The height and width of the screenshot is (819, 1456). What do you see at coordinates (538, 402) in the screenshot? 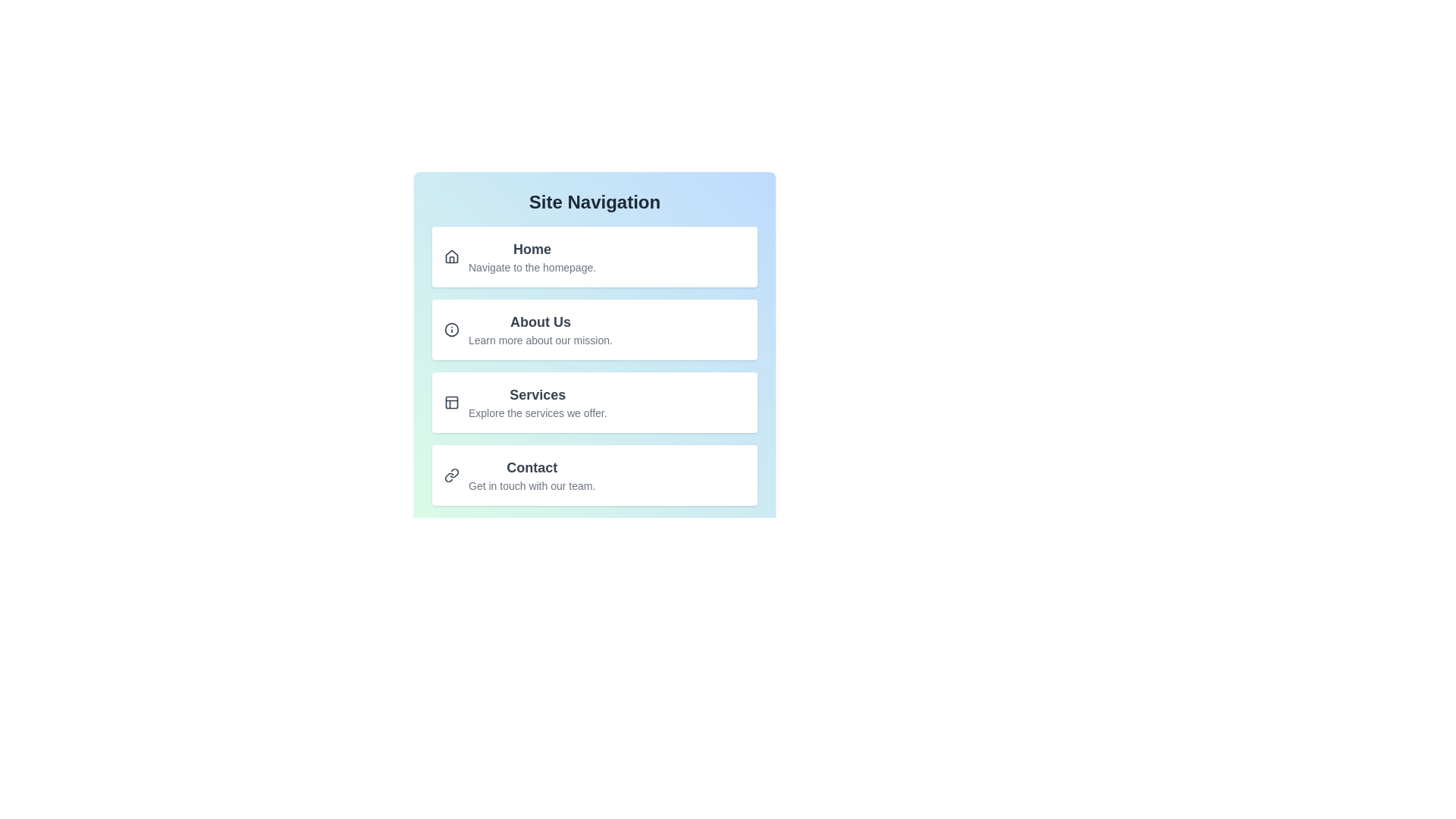
I see `the 'Services' navigation link, which features a large, bold title and a smaller gray subtitle` at bounding box center [538, 402].